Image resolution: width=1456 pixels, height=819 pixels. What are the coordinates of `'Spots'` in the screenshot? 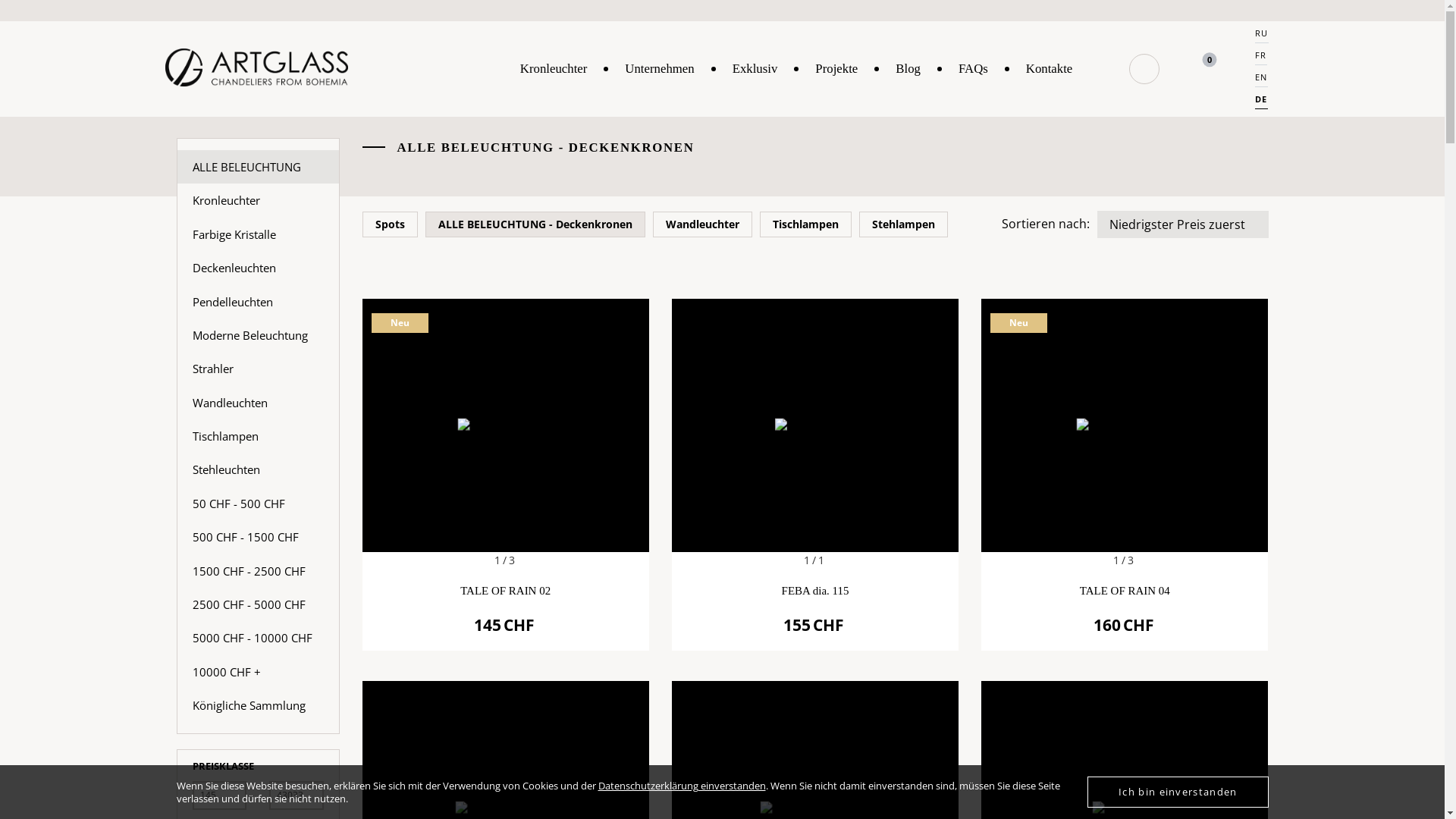 It's located at (390, 223).